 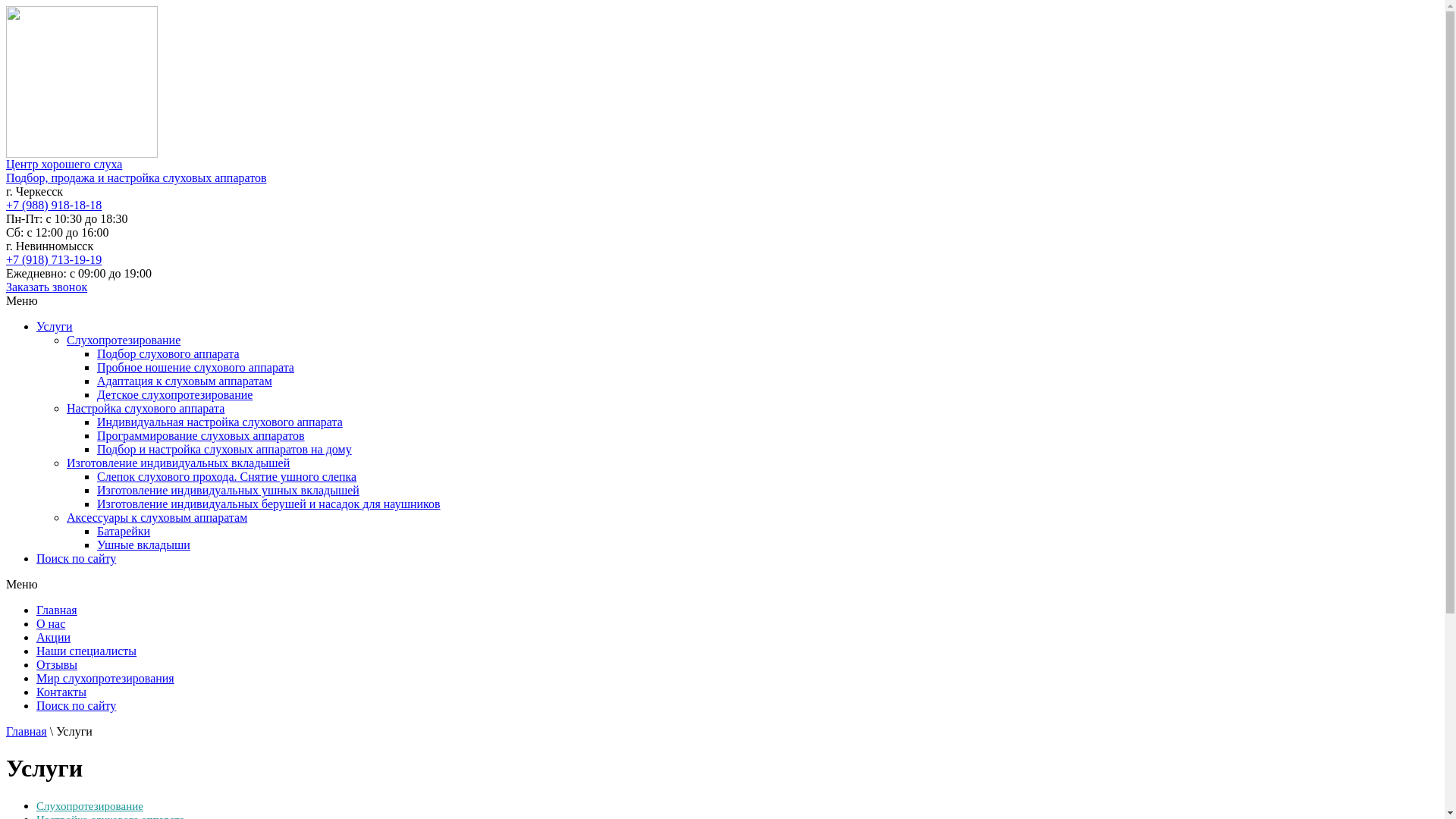 I want to click on '+7 (918) 713-19-19', so click(x=54, y=259).